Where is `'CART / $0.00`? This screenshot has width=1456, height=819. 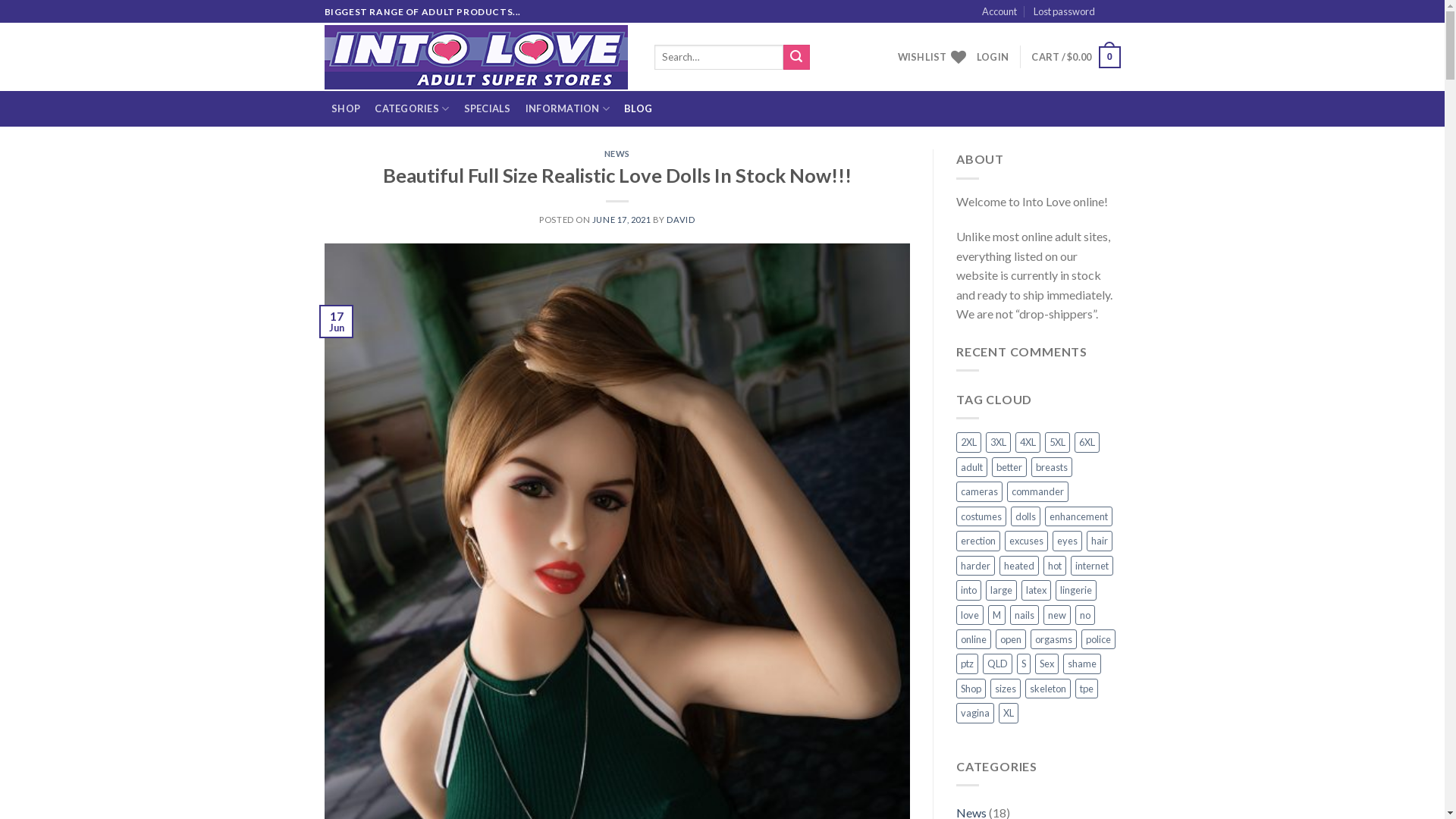
'CART / $0.00 is located at coordinates (1075, 57).